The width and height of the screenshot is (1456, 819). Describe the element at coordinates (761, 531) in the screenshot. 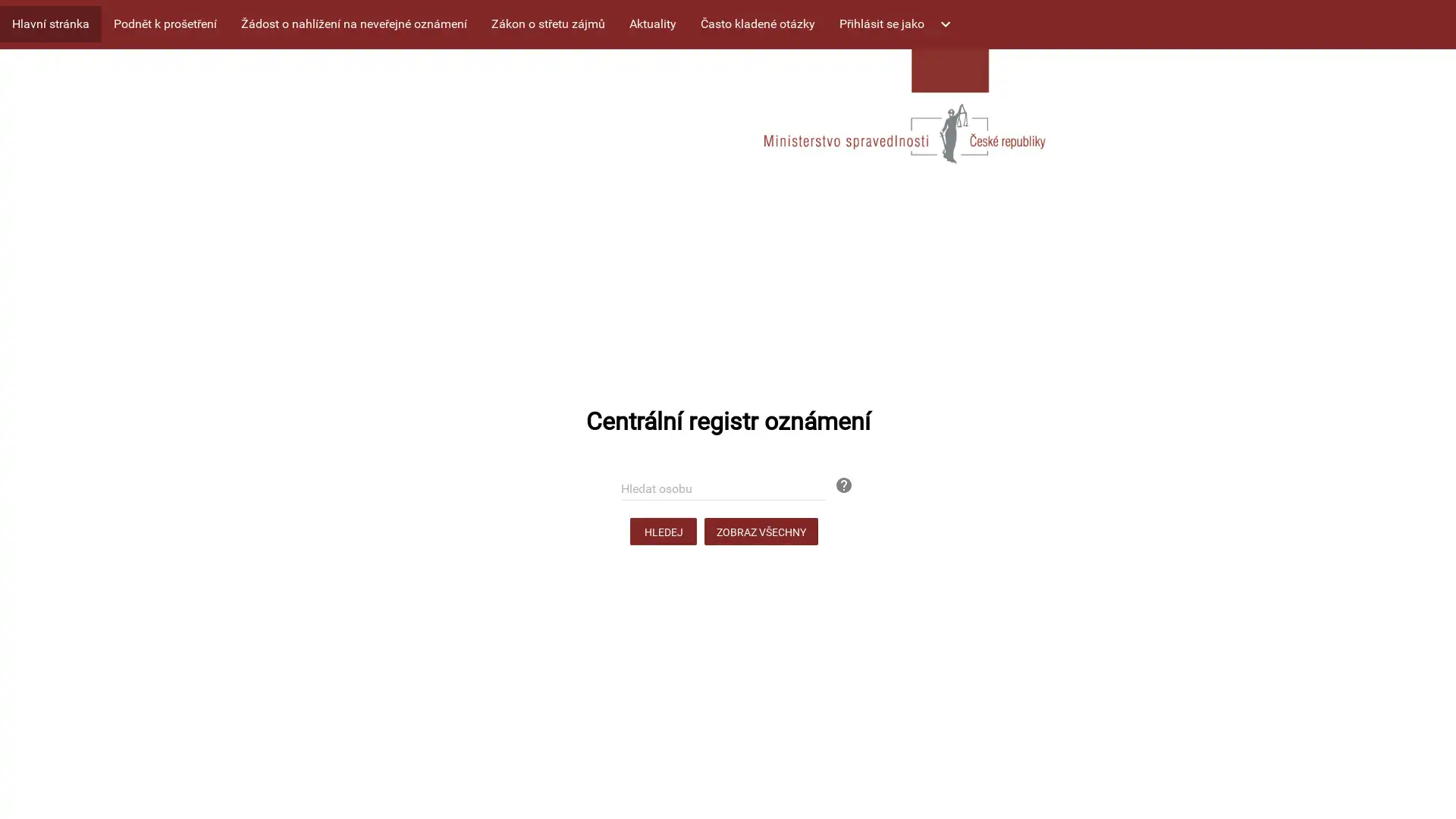

I see `ZOBRAZ VSECHNY` at that location.